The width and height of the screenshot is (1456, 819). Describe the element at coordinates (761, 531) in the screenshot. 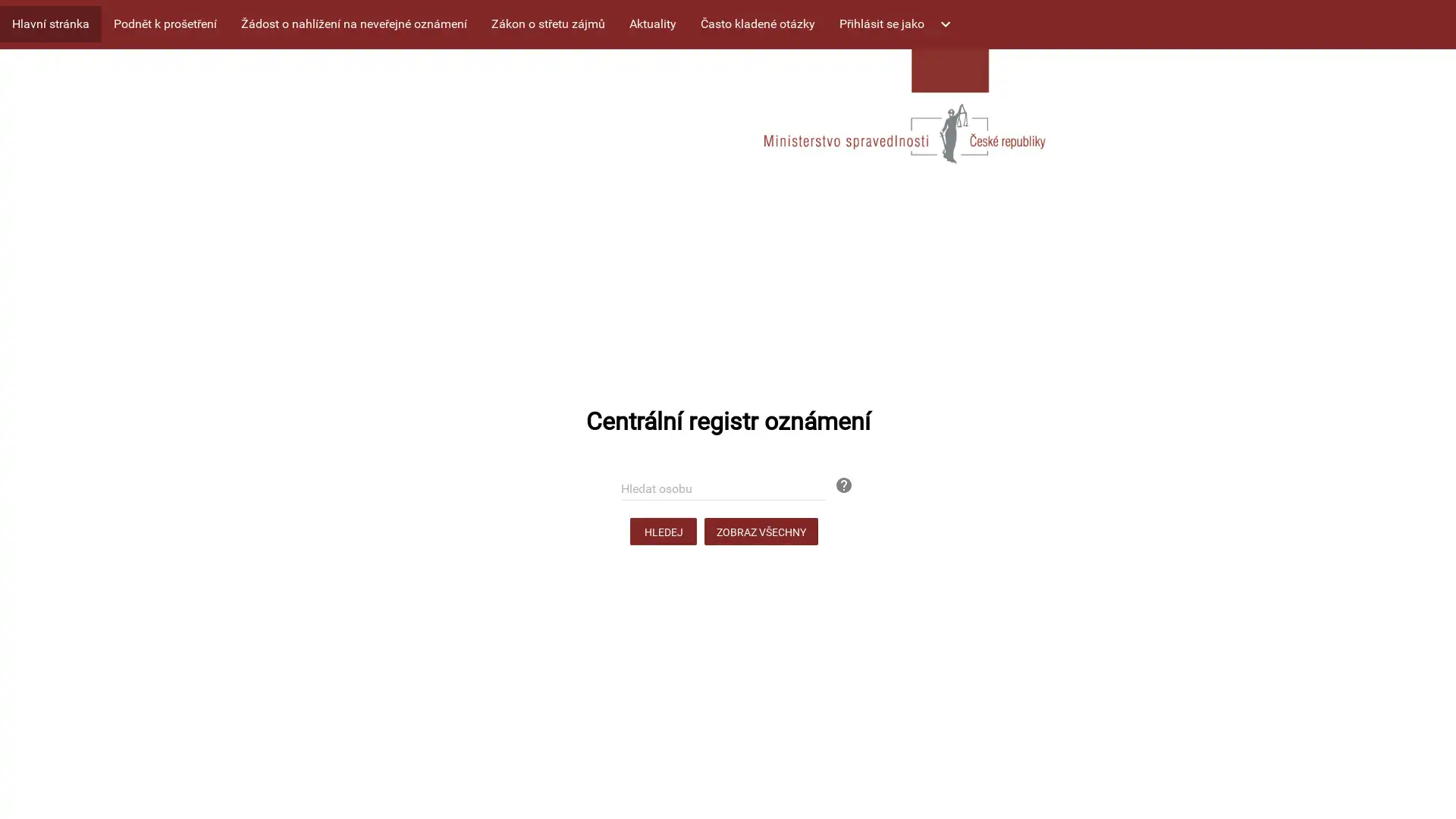

I see `ZOBRAZ VSECHNY` at that location.